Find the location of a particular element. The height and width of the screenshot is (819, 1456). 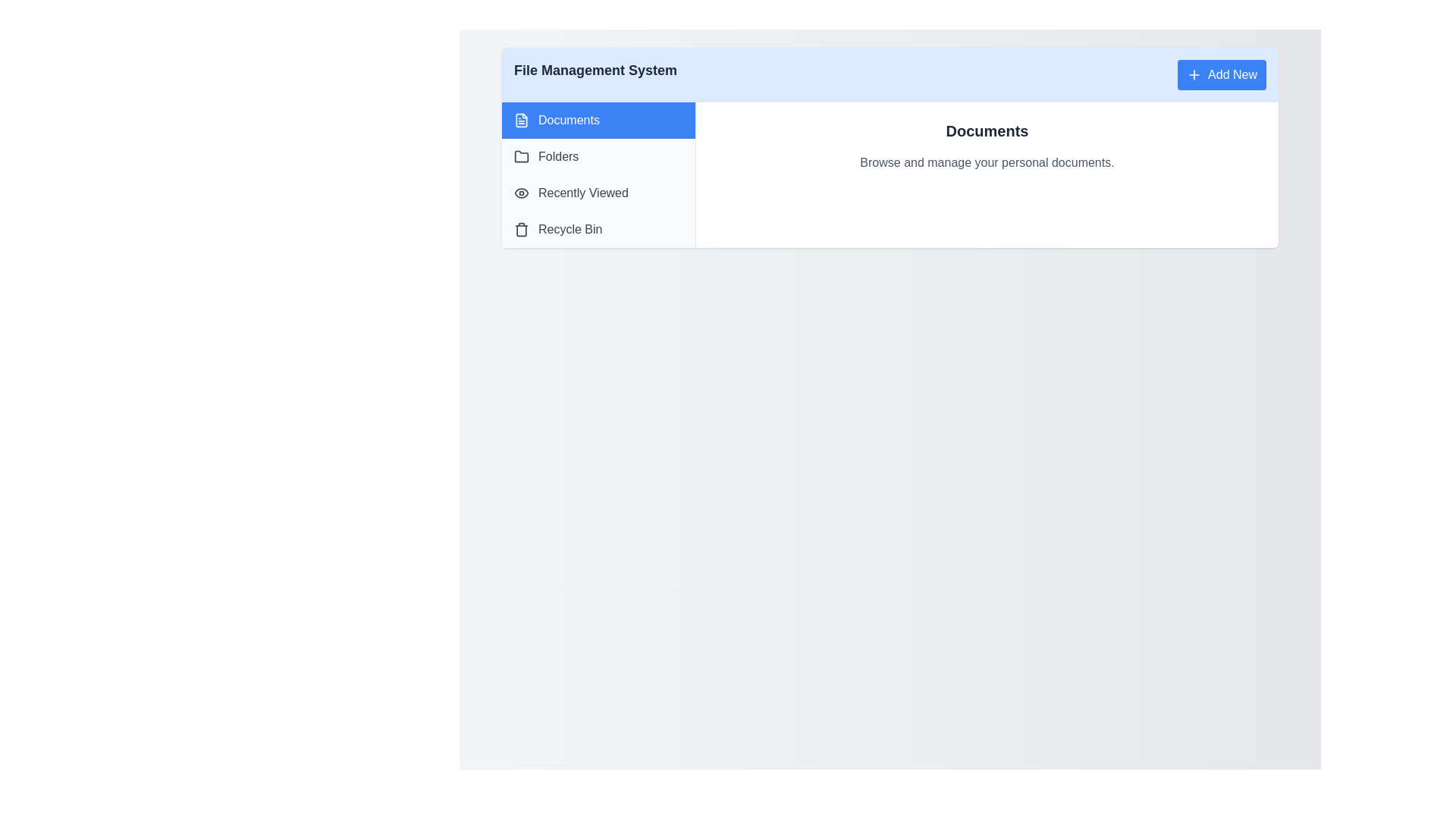

the navigation button at the top left of the sidebar that links to the documents section of the application is located at coordinates (598, 119).